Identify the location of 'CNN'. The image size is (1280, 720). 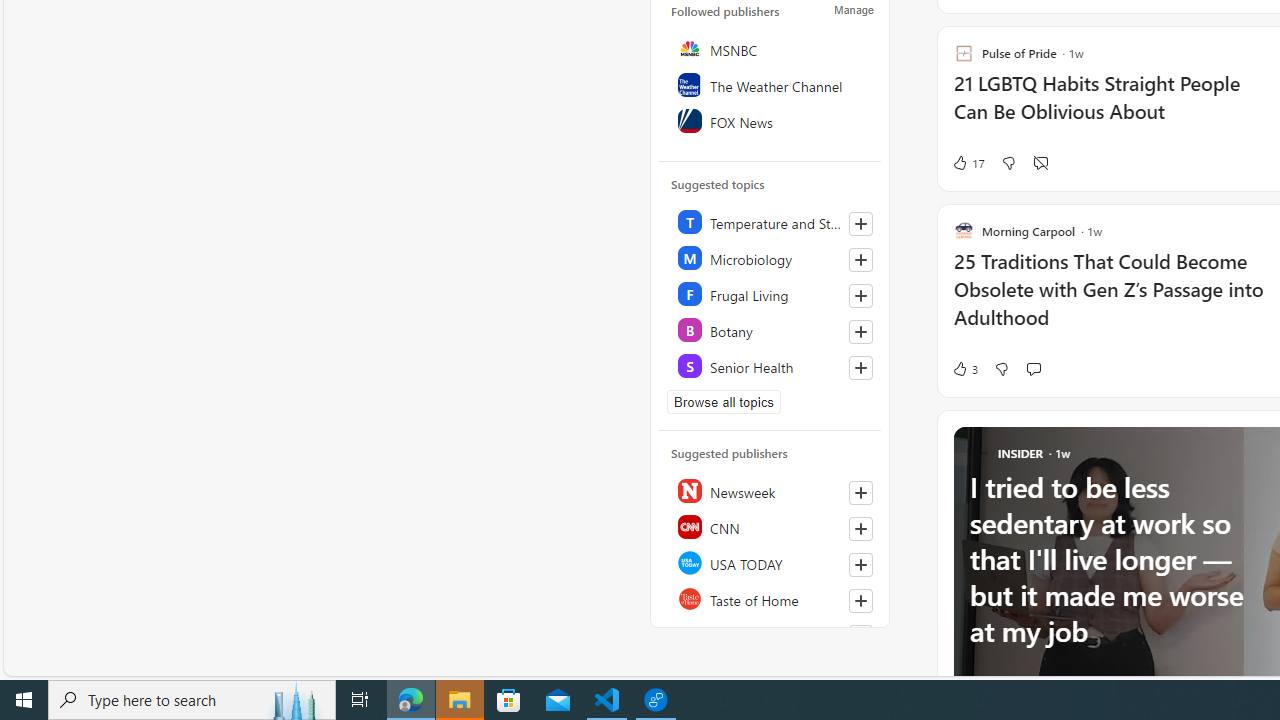
(770, 526).